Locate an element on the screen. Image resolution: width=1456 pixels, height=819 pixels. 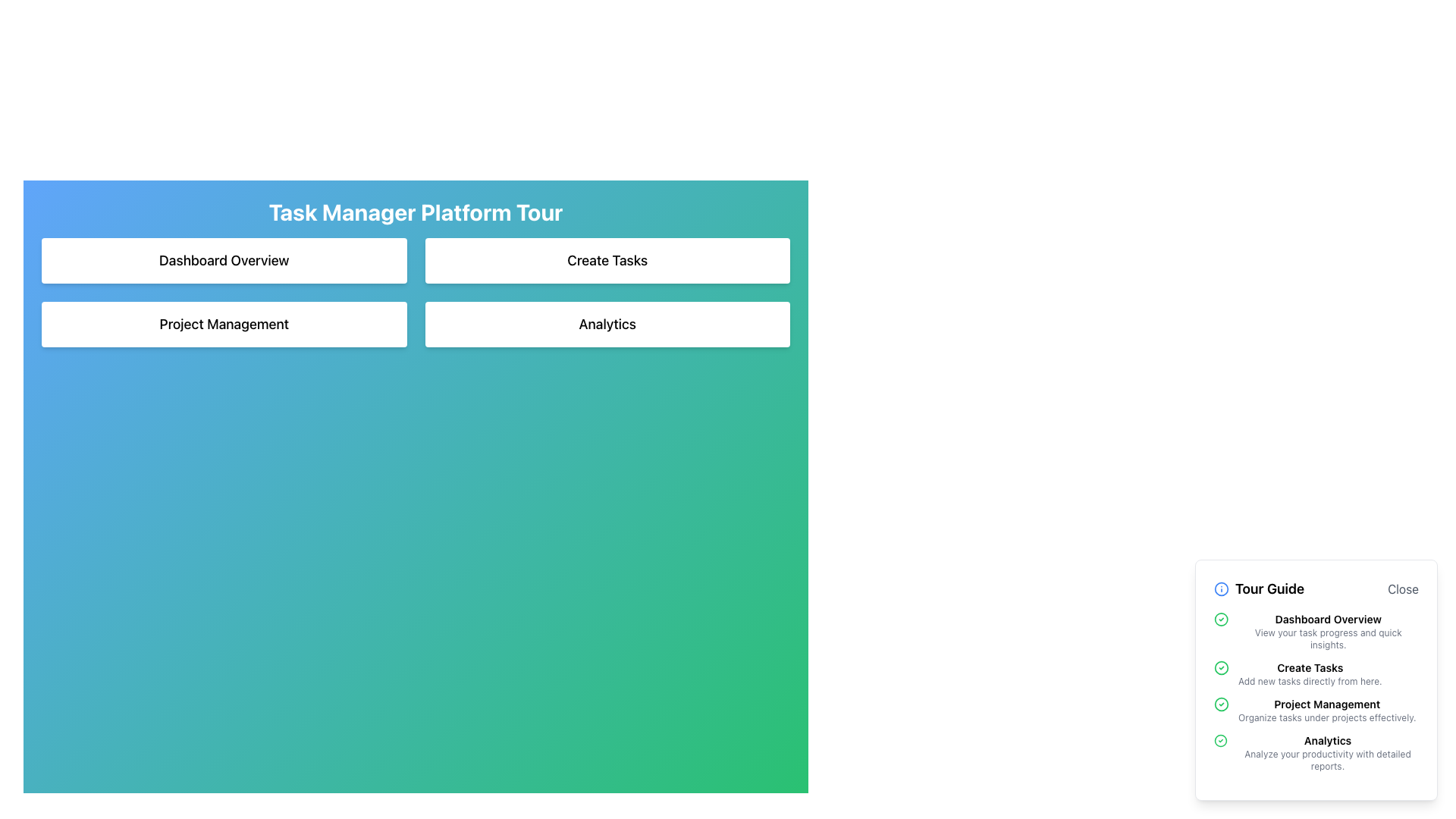
the descriptive text label located beneath the 'Analytics' title in the right-side pop-up guide is located at coordinates (1327, 760).